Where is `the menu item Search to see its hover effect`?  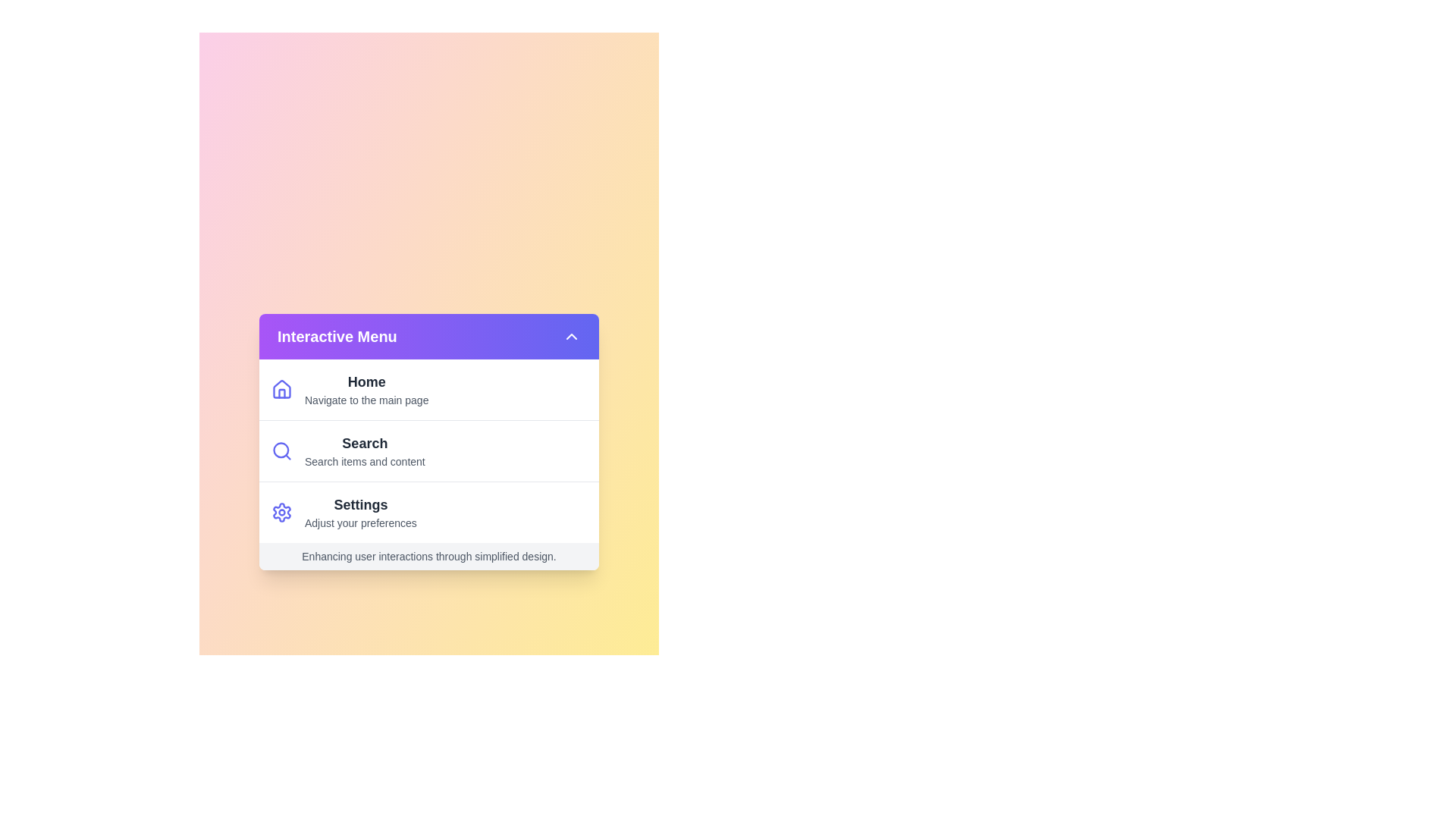 the menu item Search to see its hover effect is located at coordinates (428, 450).